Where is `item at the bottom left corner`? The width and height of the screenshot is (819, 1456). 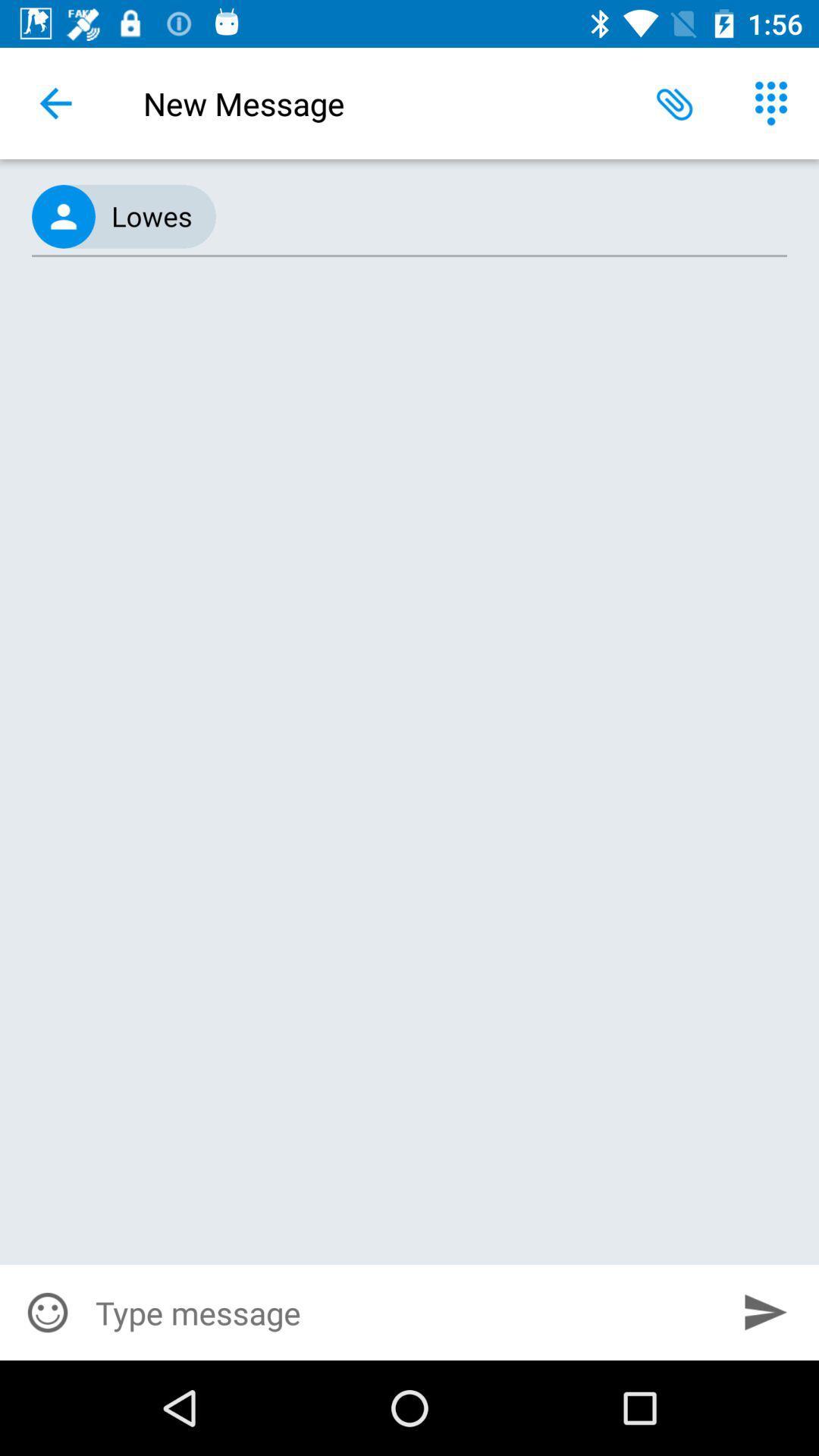 item at the bottom left corner is located at coordinates (46, 1312).